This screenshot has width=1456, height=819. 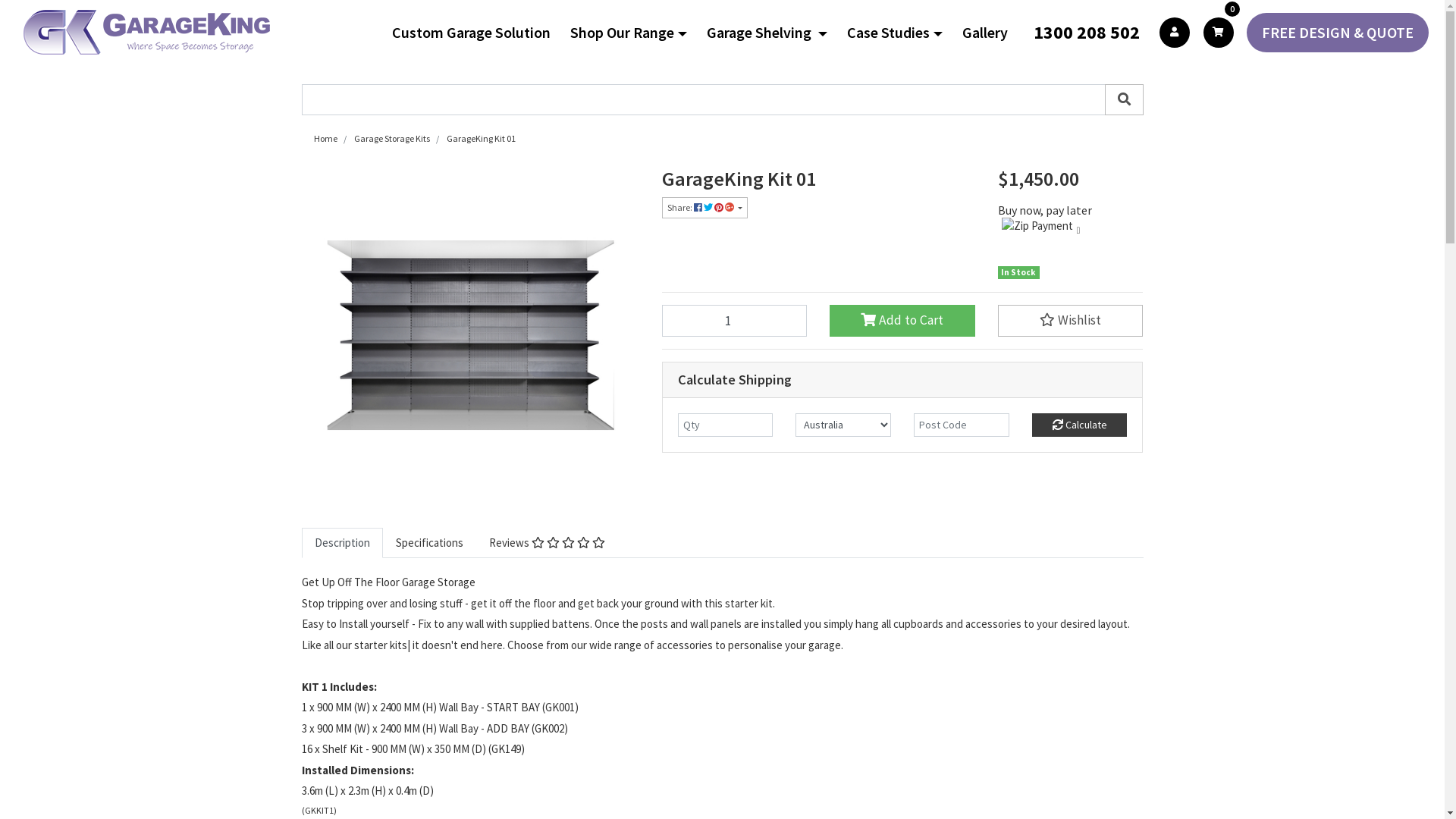 What do you see at coordinates (325, 138) in the screenshot?
I see `'Home'` at bounding box center [325, 138].